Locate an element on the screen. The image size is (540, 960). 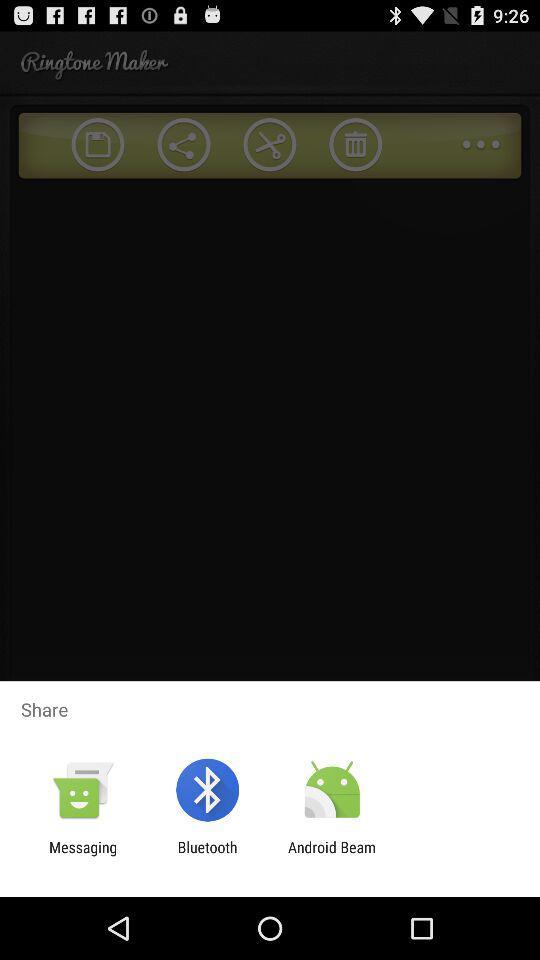
bluetooth icon is located at coordinates (206, 855).